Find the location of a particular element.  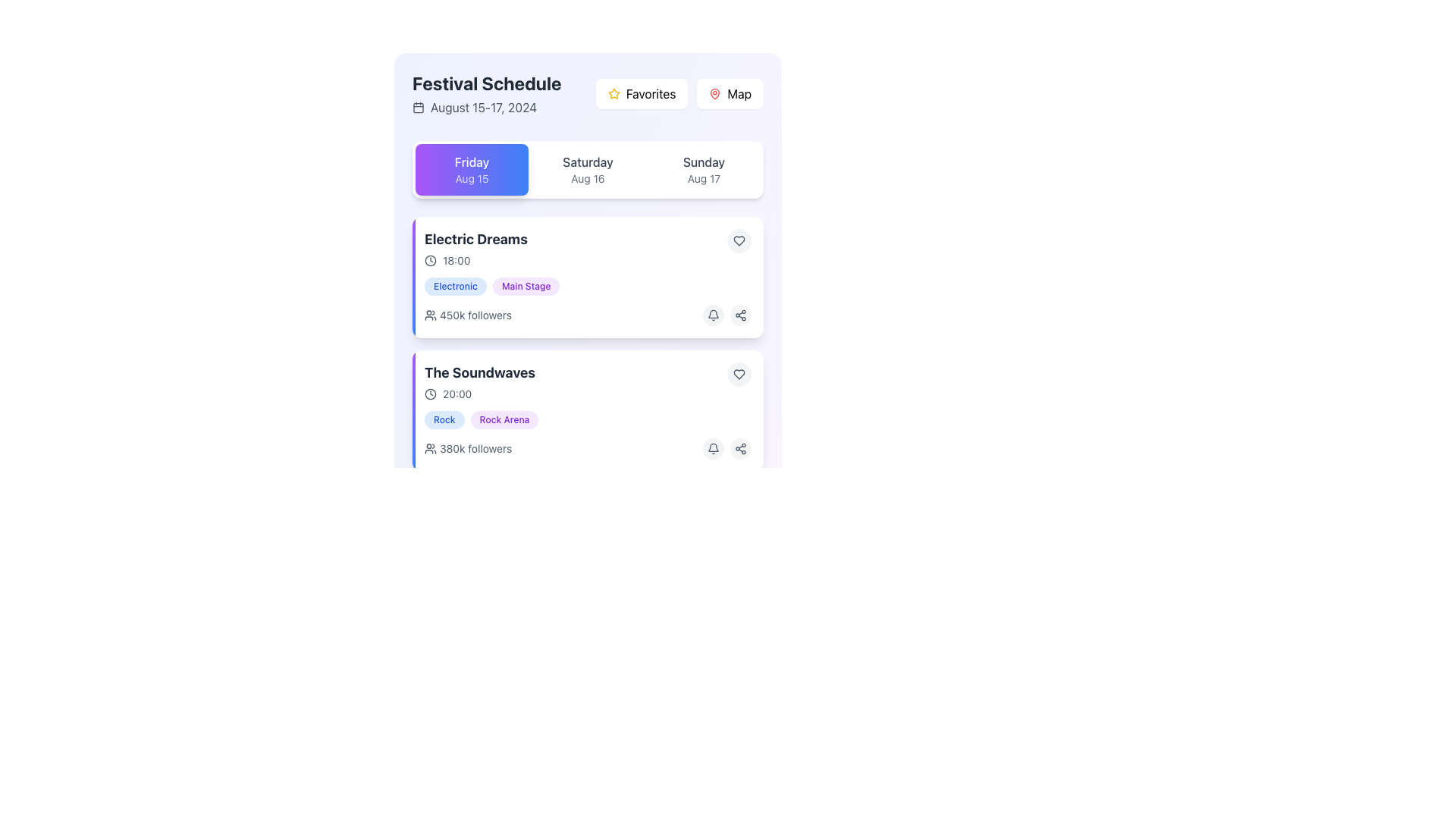

text of the Event Information Display located under the 'Friday' tab in the 'Festival Schedule' section, which is the first event listed is located at coordinates (475, 247).